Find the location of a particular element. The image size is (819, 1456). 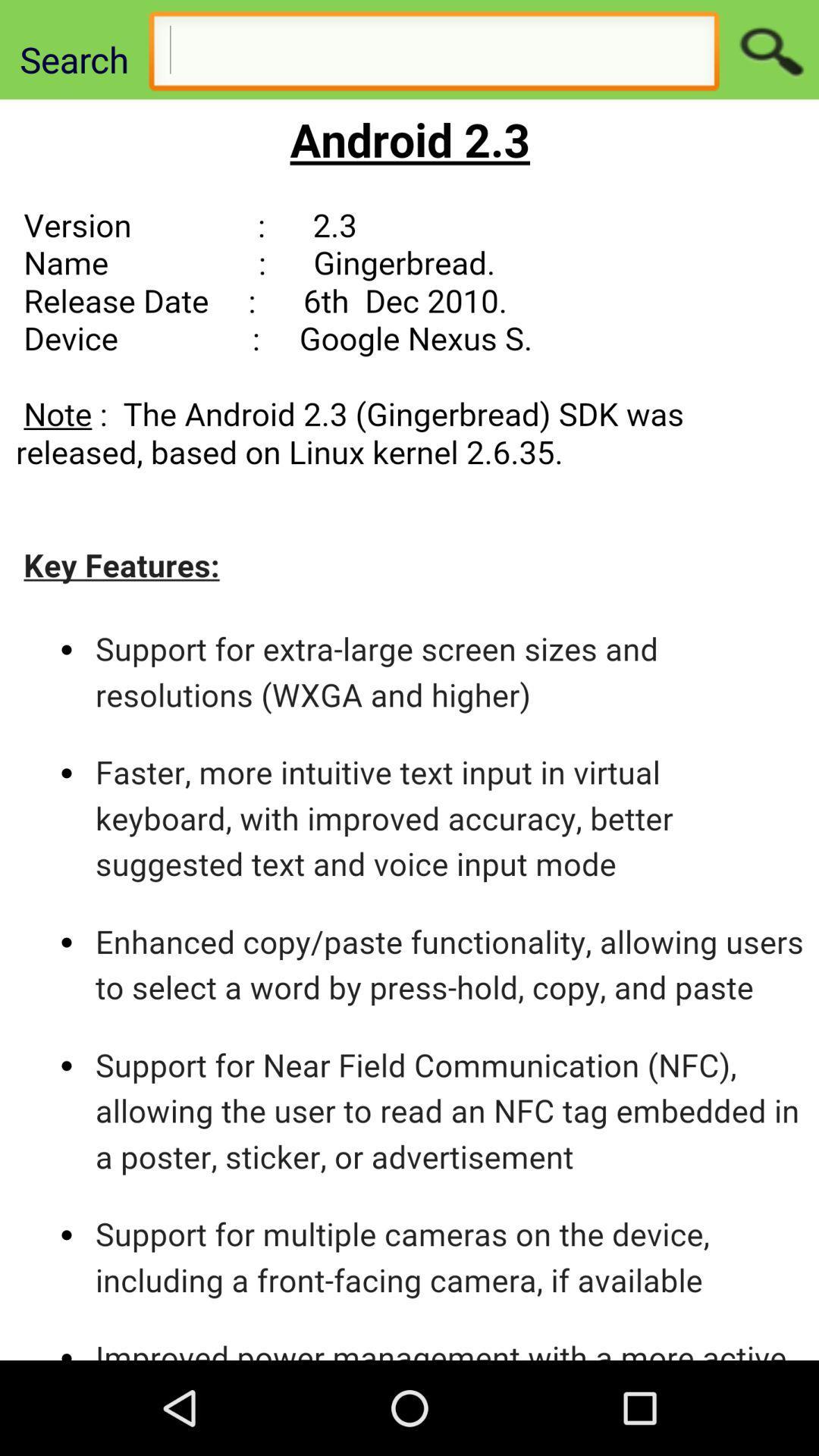

search box is located at coordinates (434, 55).